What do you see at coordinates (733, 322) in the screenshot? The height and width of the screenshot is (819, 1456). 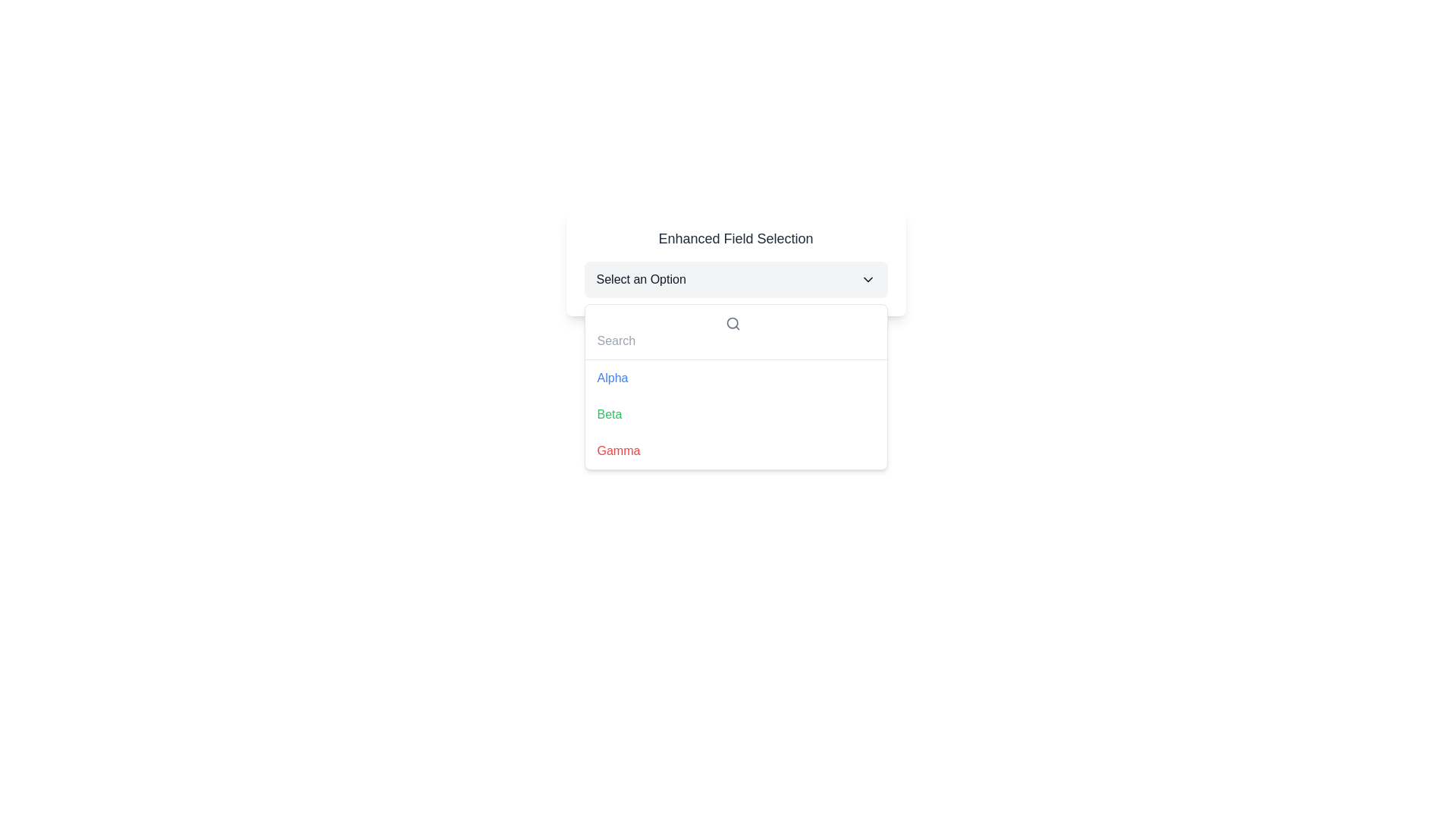 I see `the search icon located left of the text input field in the header section of the dropdown, serving as a visual indicator for search functionality` at bounding box center [733, 322].